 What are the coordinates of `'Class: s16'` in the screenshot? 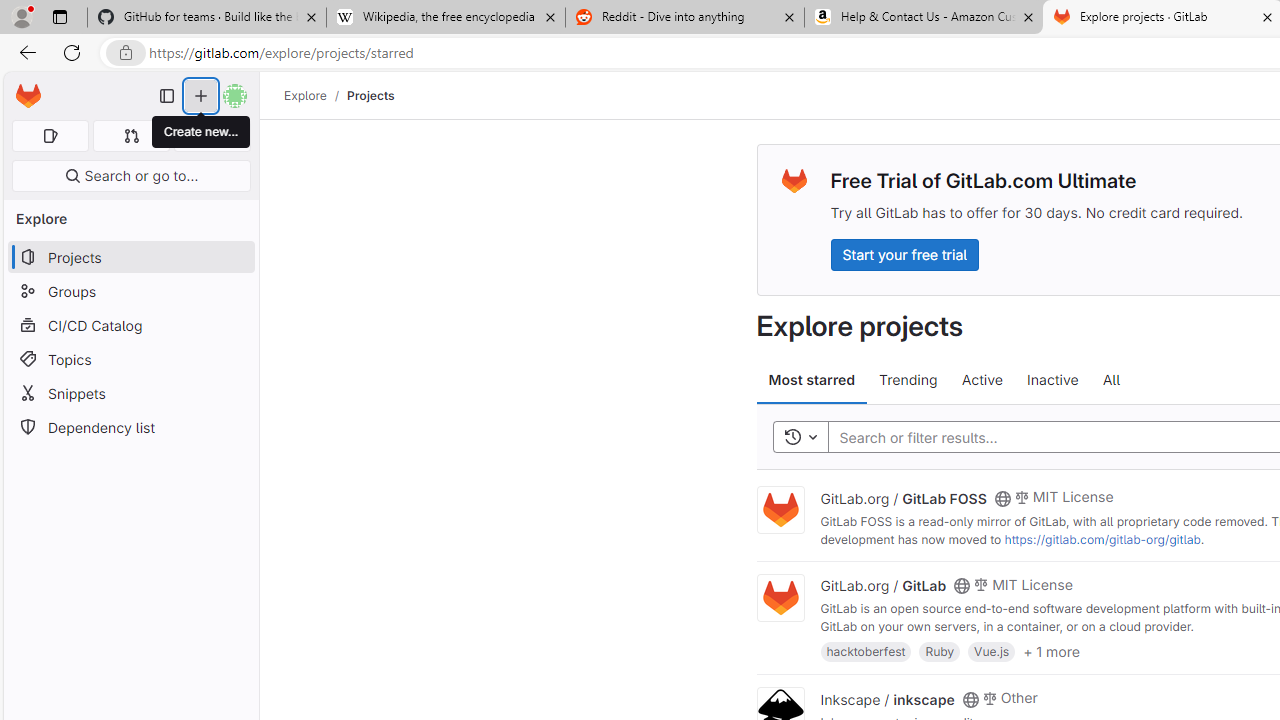 It's located at (970, 698).